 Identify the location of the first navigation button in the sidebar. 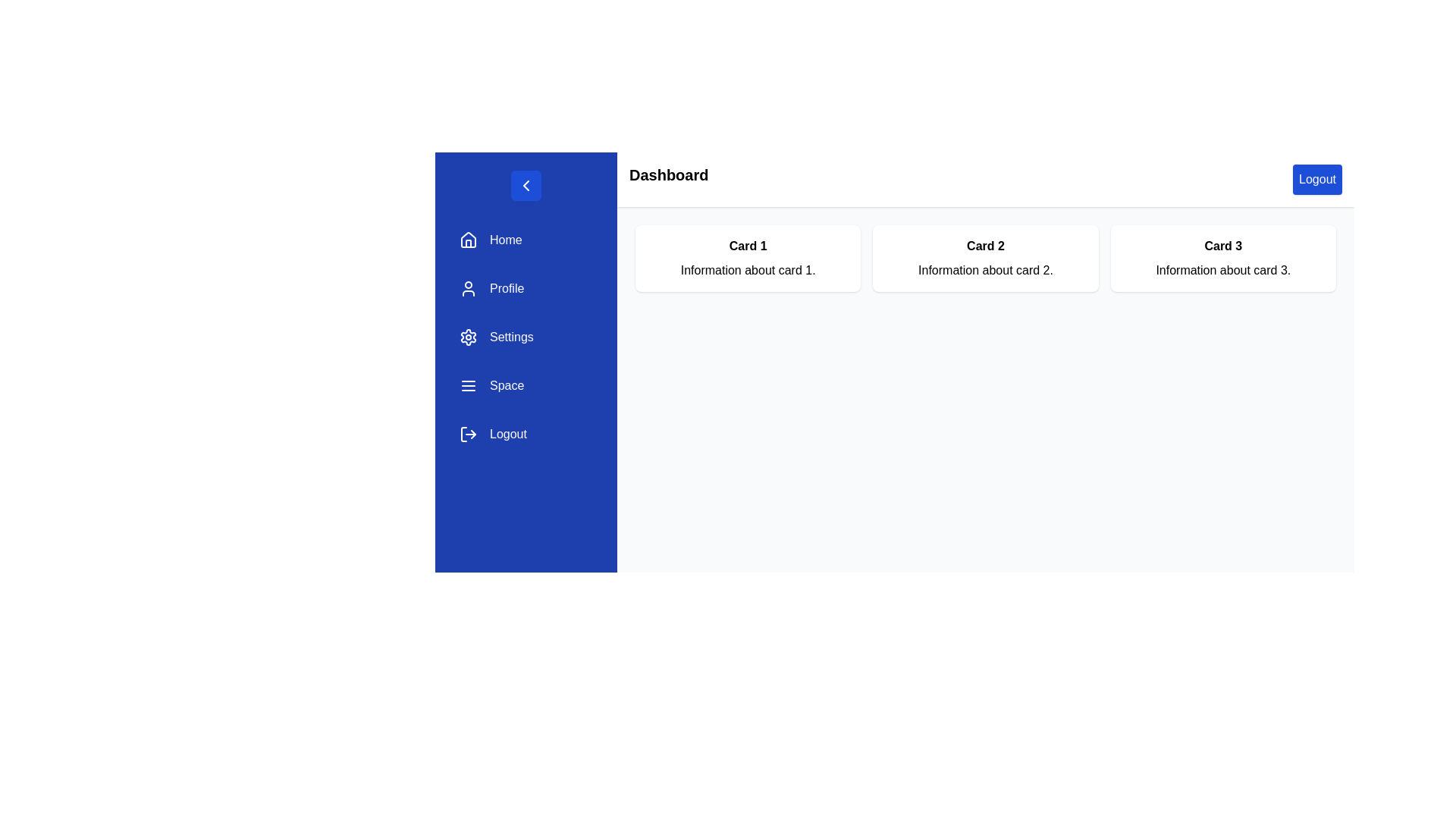
(526, 239).